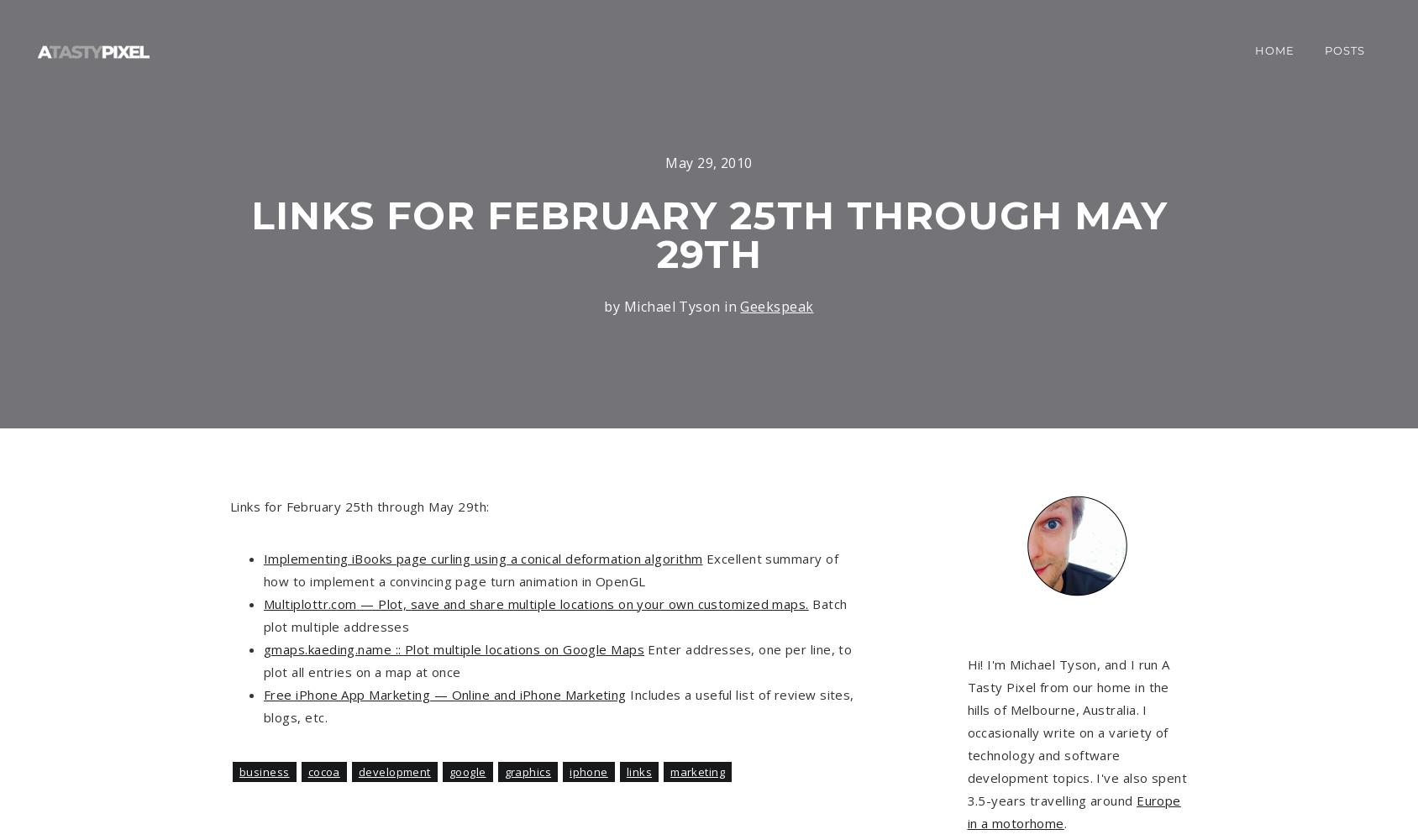 The height and width of the screenshot is (840, 1418). Describe the element at coordinates (1064, 822) in the screenshot. I see `'.'` at that location.